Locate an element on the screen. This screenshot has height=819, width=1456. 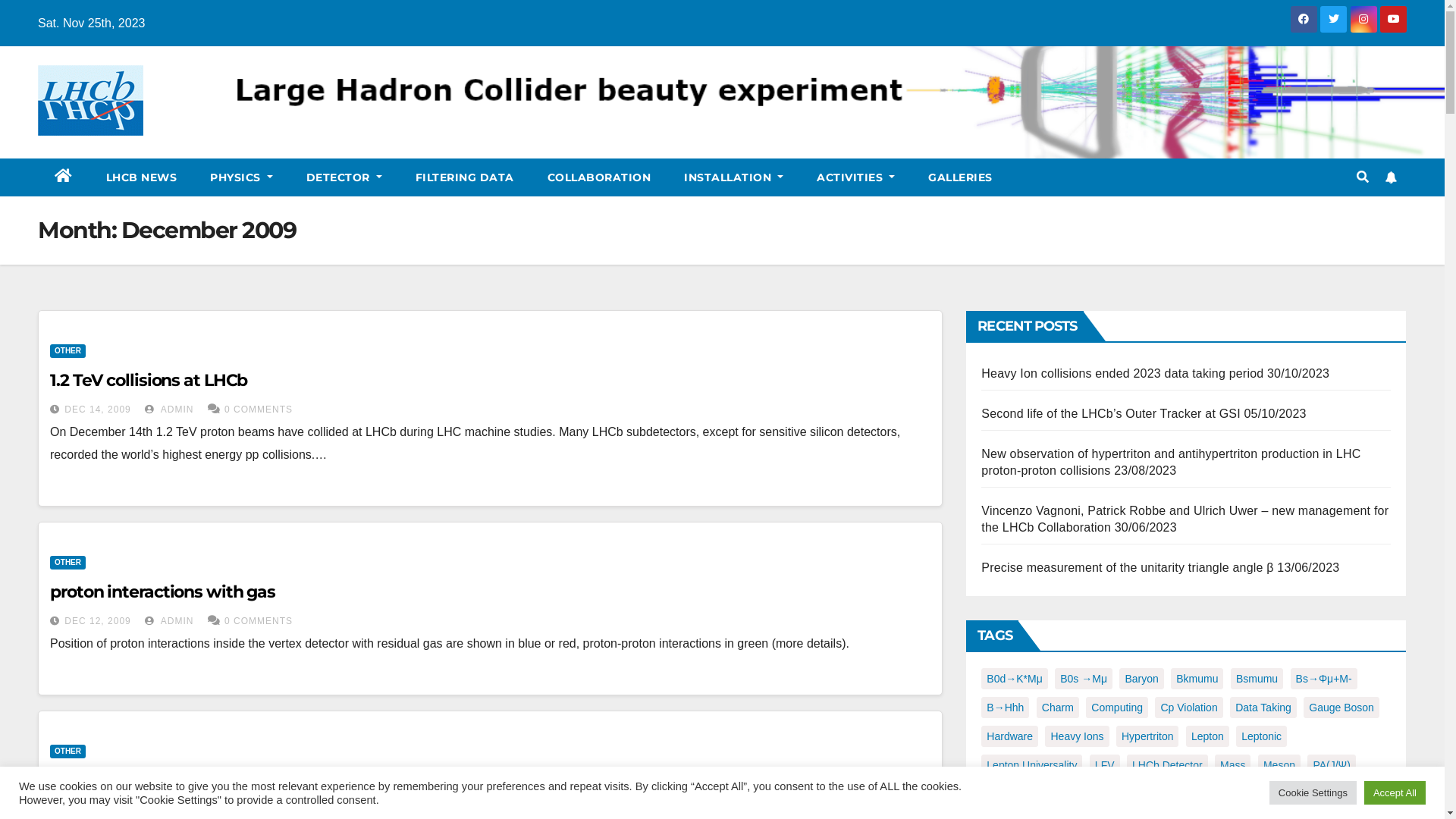
'PHYSICS' is located at coordinates (240, 177).